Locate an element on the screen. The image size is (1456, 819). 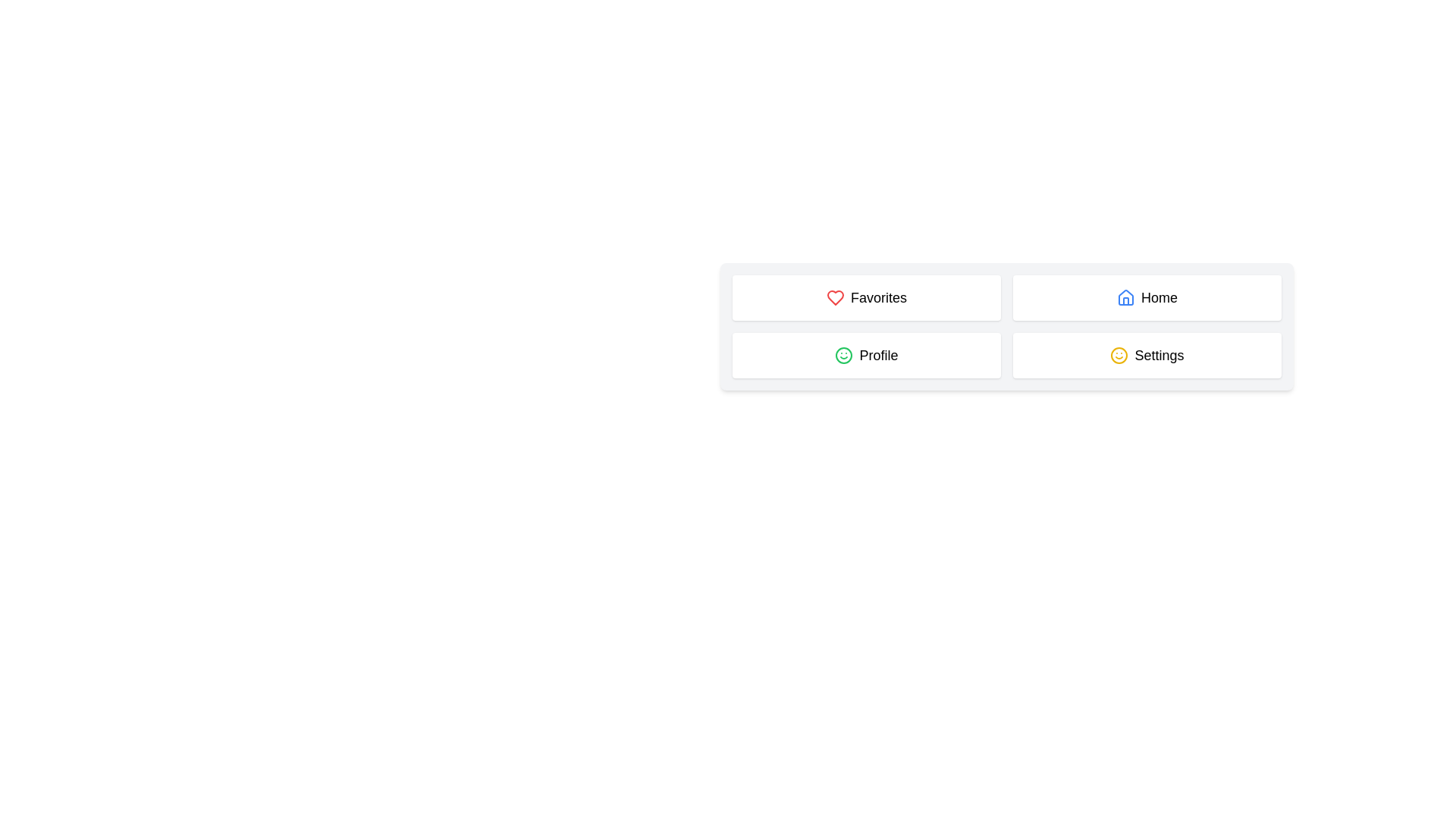
text label indicating the 'Favorites' section, which is positioned in the top-left quadrant of the interface is located at coordinates (878, 298).